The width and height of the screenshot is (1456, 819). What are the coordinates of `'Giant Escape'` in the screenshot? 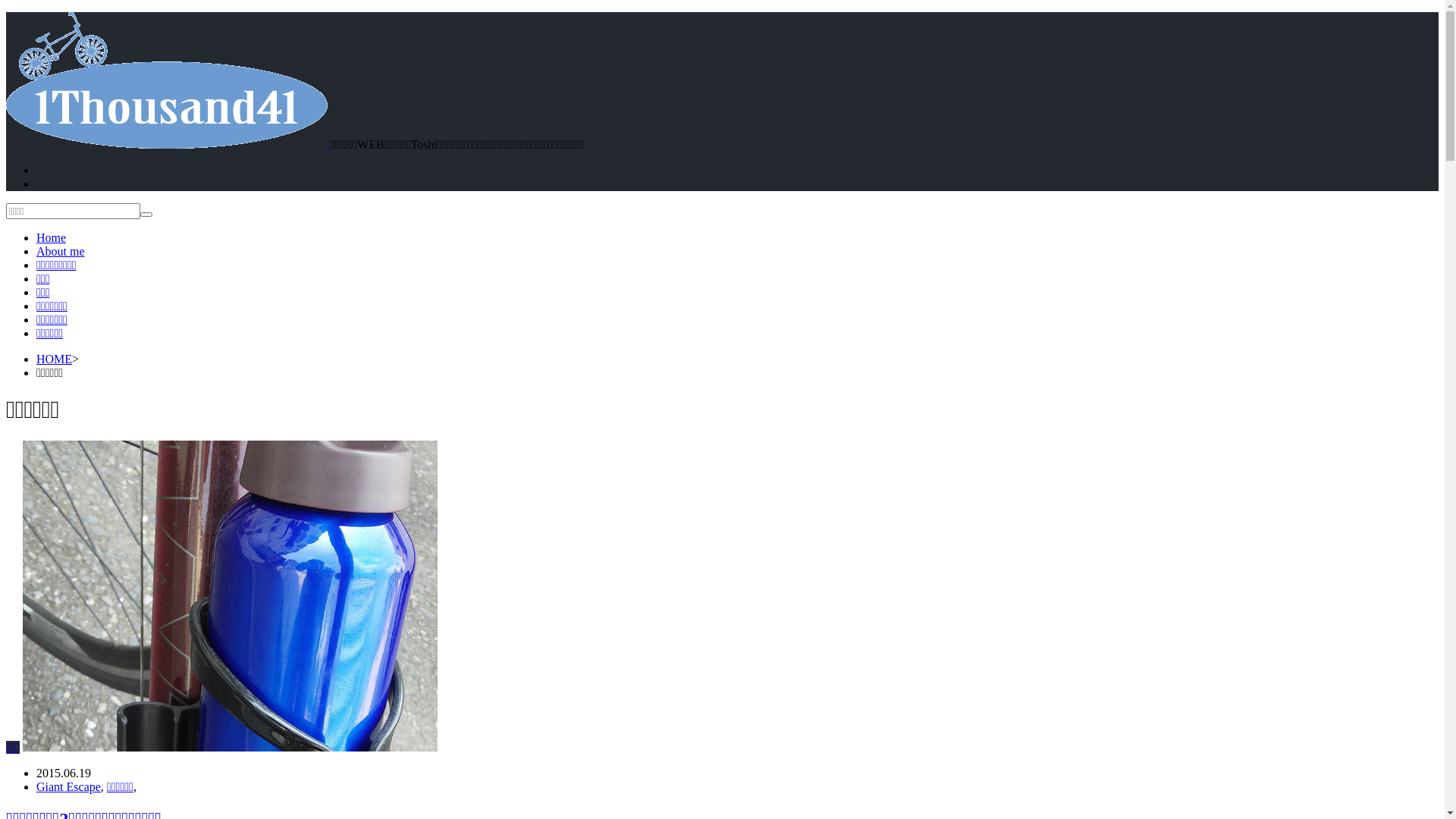 It's located at (36, 786).